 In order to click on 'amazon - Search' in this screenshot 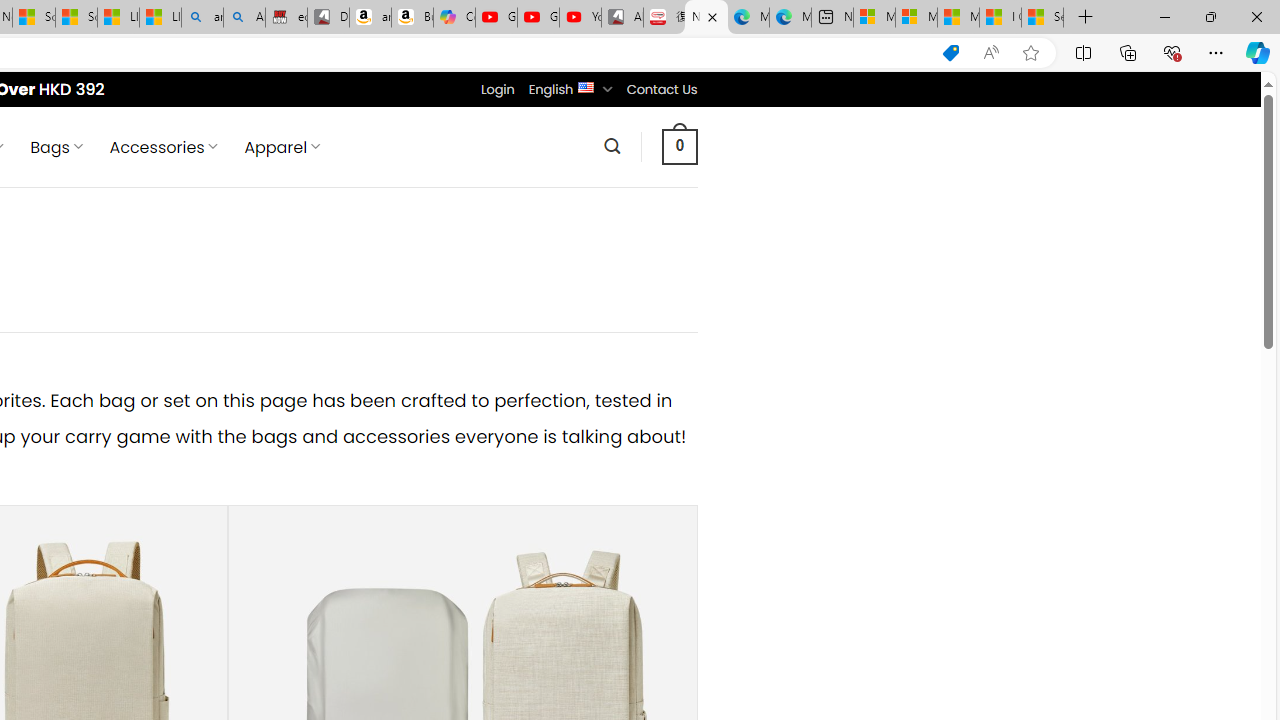, I will do `click(202, 17)`.